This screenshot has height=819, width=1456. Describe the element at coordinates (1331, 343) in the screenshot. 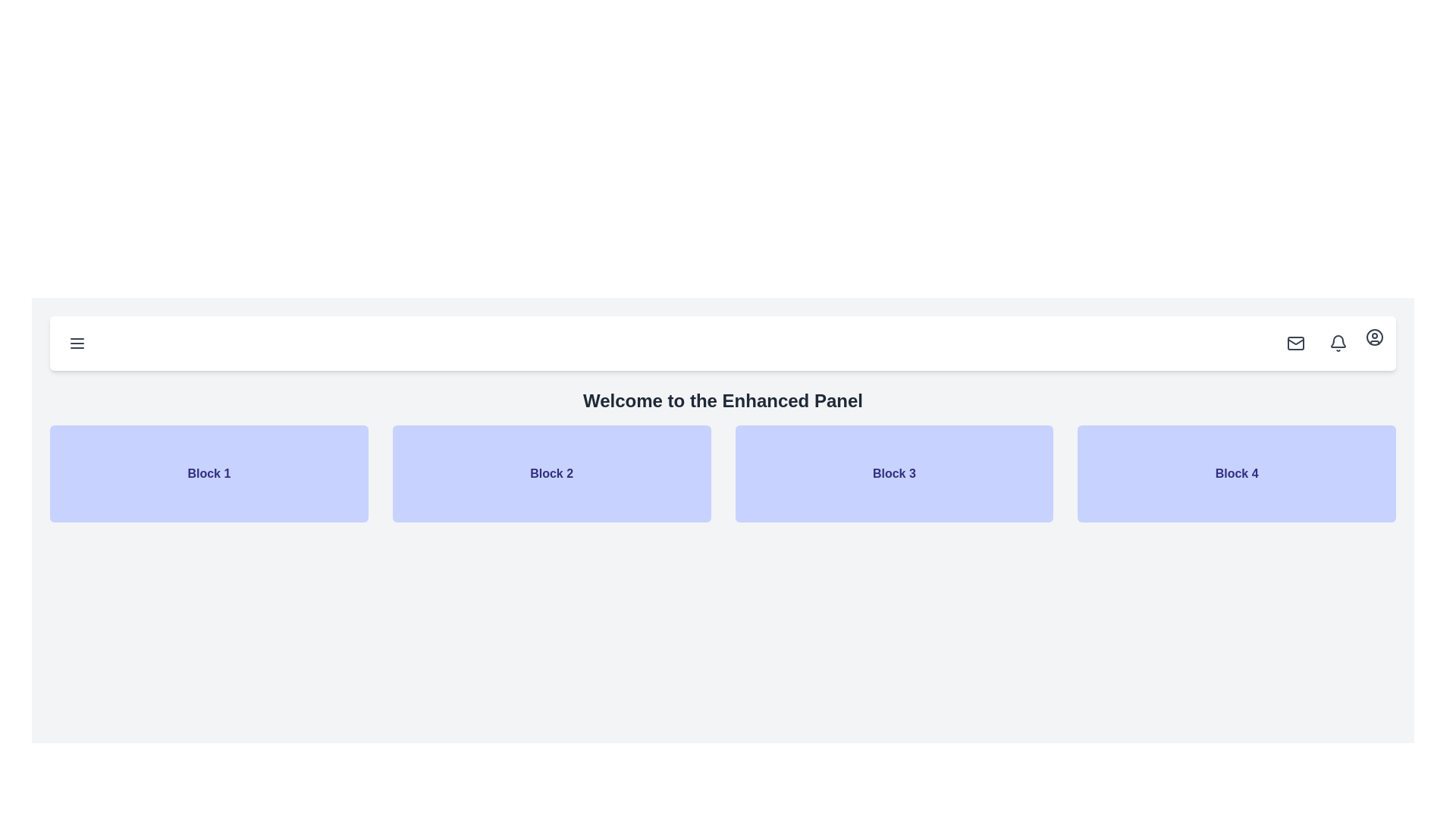

I see `the rounded bell icon button located in the top navigation bar` at that location.